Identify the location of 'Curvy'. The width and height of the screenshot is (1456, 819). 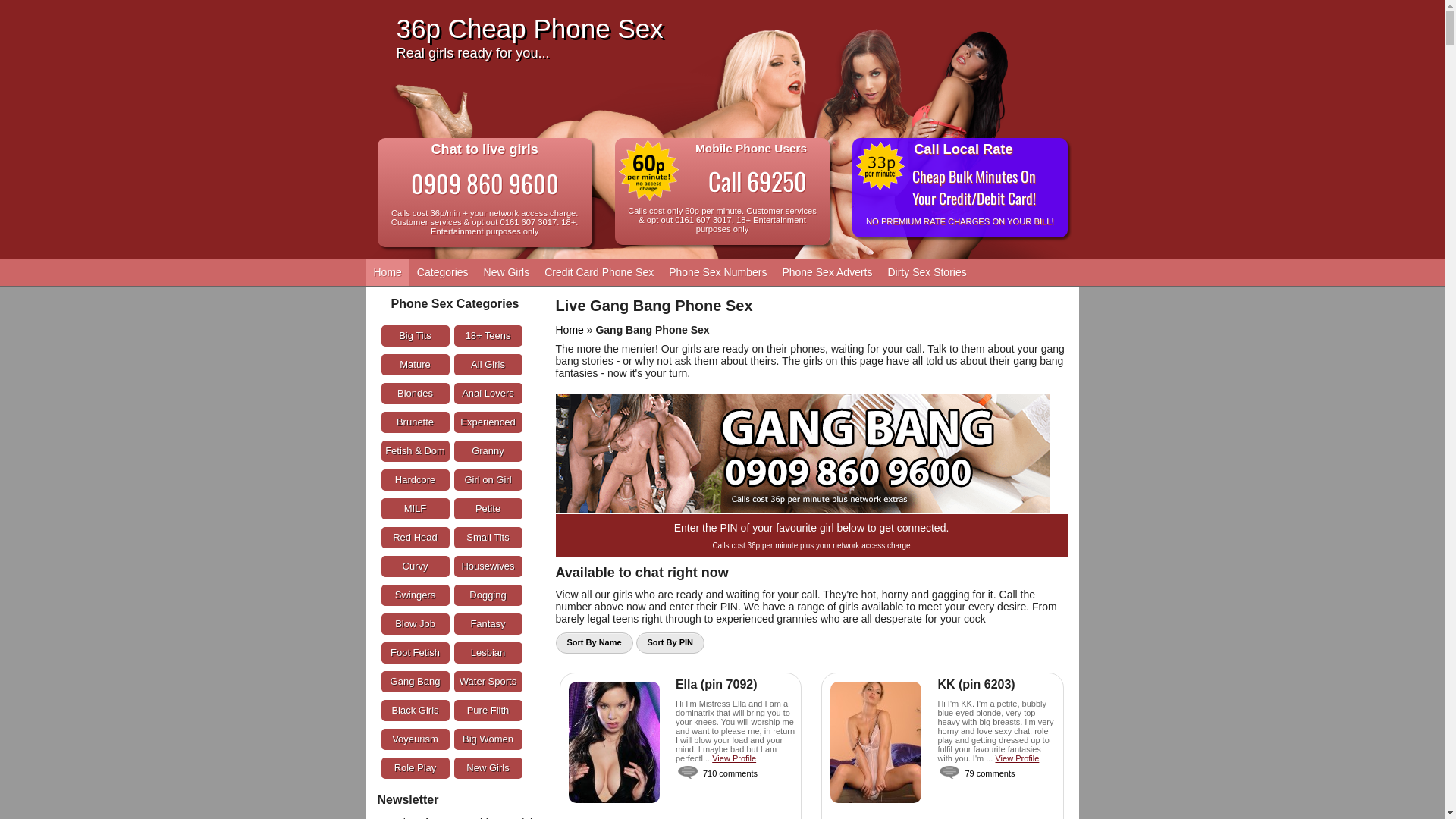
(415, 566).